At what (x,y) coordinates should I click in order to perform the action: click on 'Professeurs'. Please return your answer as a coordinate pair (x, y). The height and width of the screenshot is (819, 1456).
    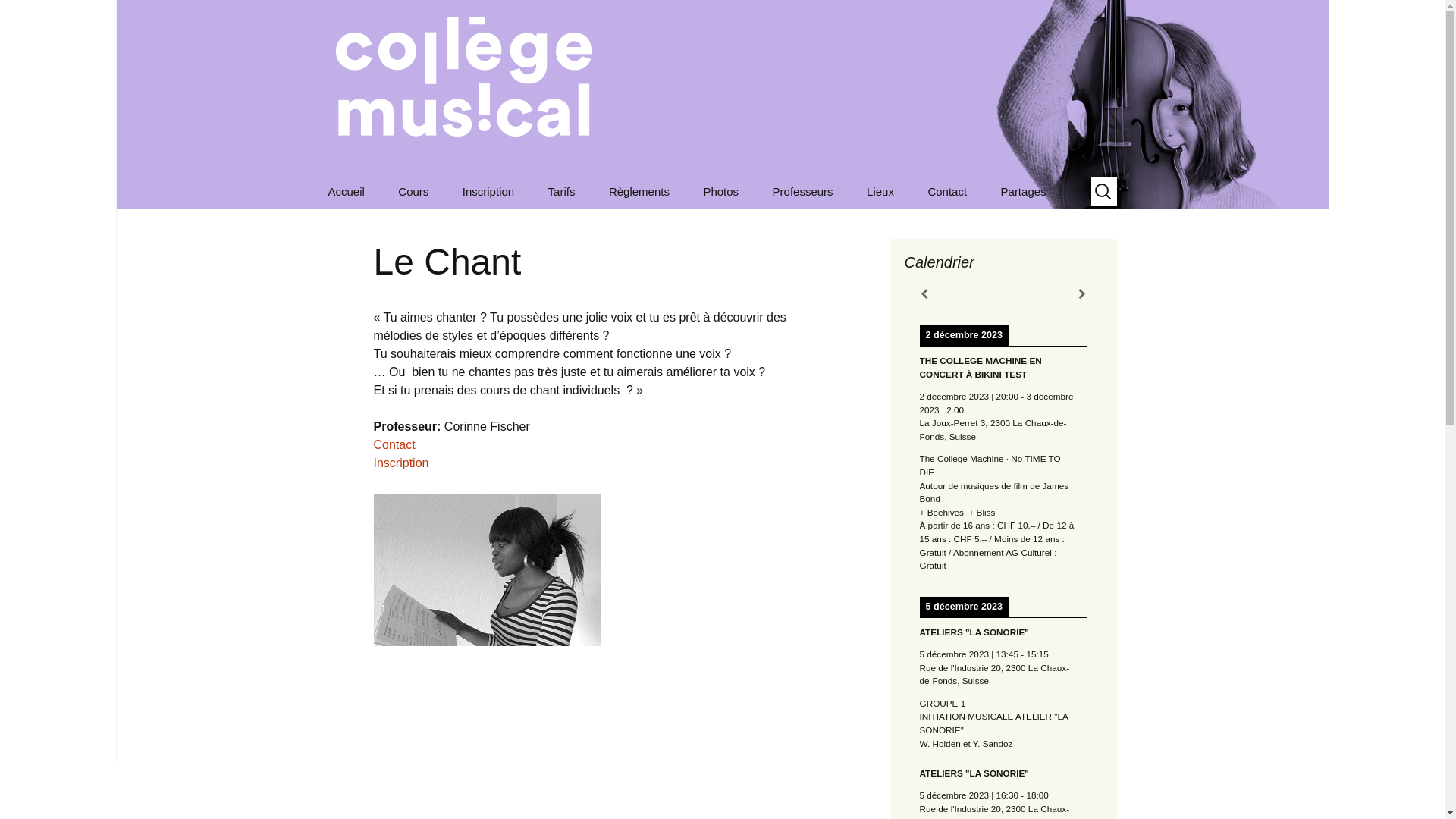
    Looking at the image, I should click on (833, 225).